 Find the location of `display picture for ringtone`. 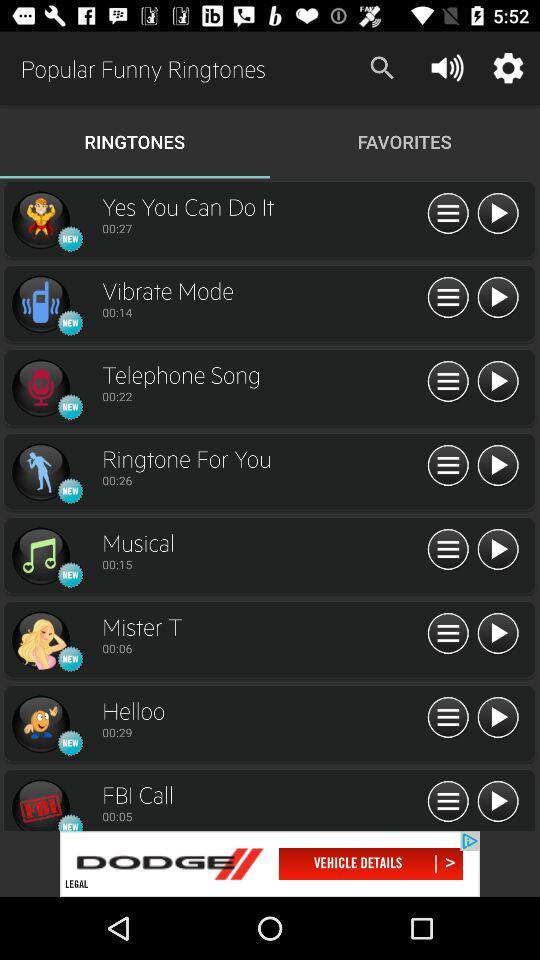

display picture for ringtone is located at coordinates (40, 387).